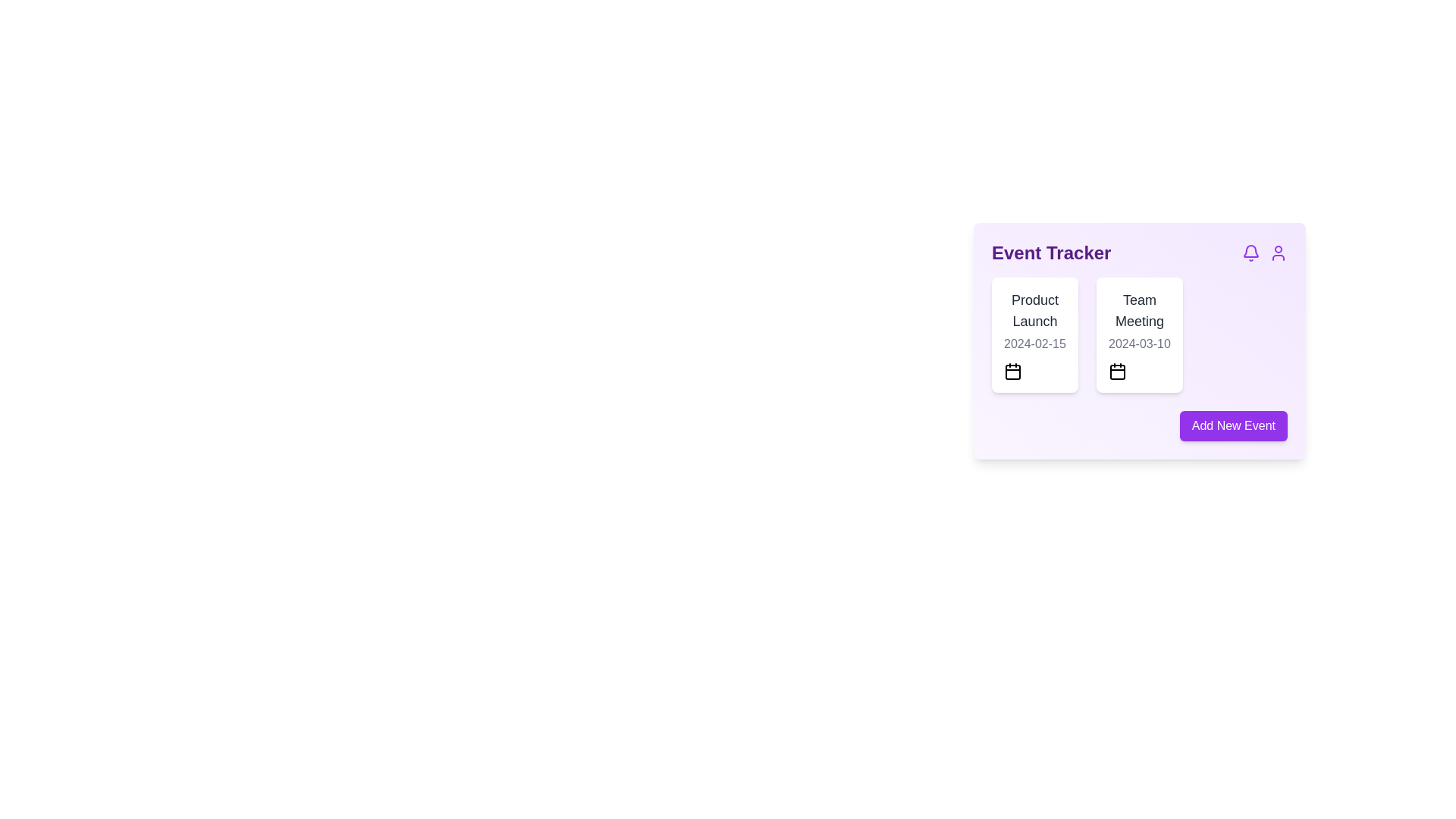 The width and height of the screenshot is (1456, 819). Describe the element at coordinates (1012, 371) in the screenshot. I see `the calendar icon located in the bottom-left section of the 'Product Launch' card, which is positioned immediately below the date text '2024-02-15'` at that location.